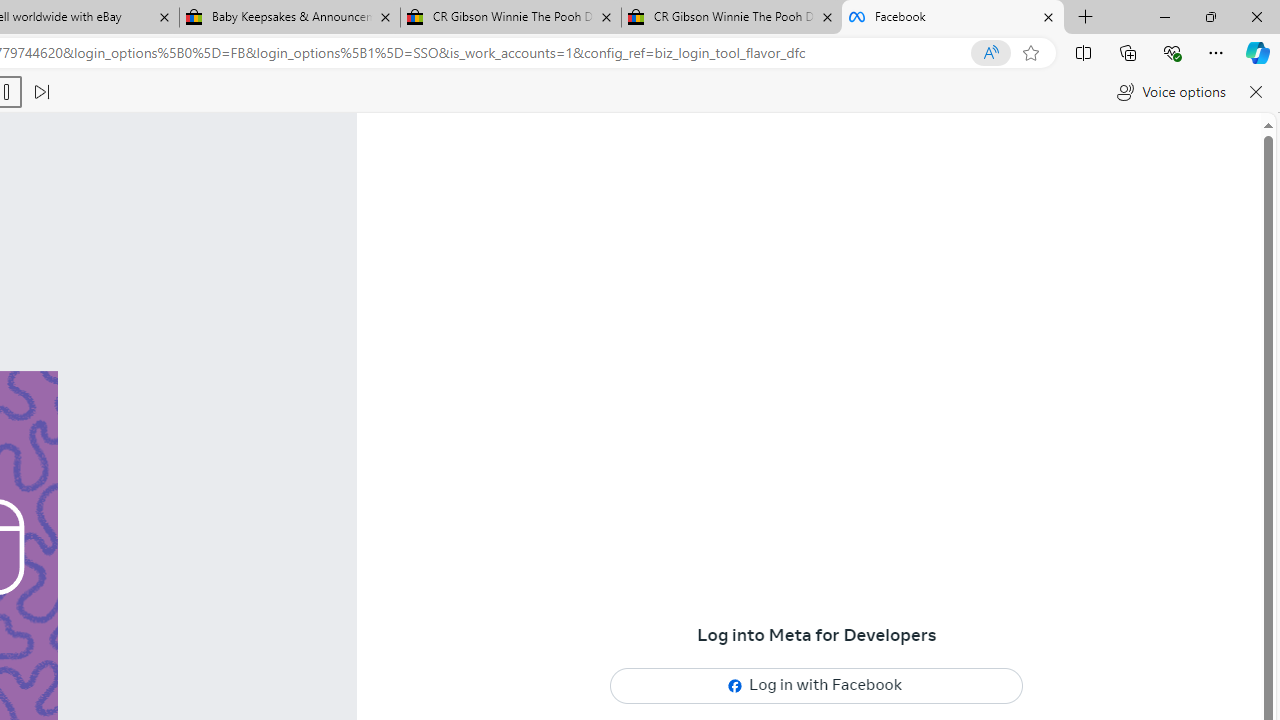 This screenshot has height=720, width=1280. Describe the element at coordinates (40, 92) in the screenshot. I see `'Read next paragraph'` at that location.